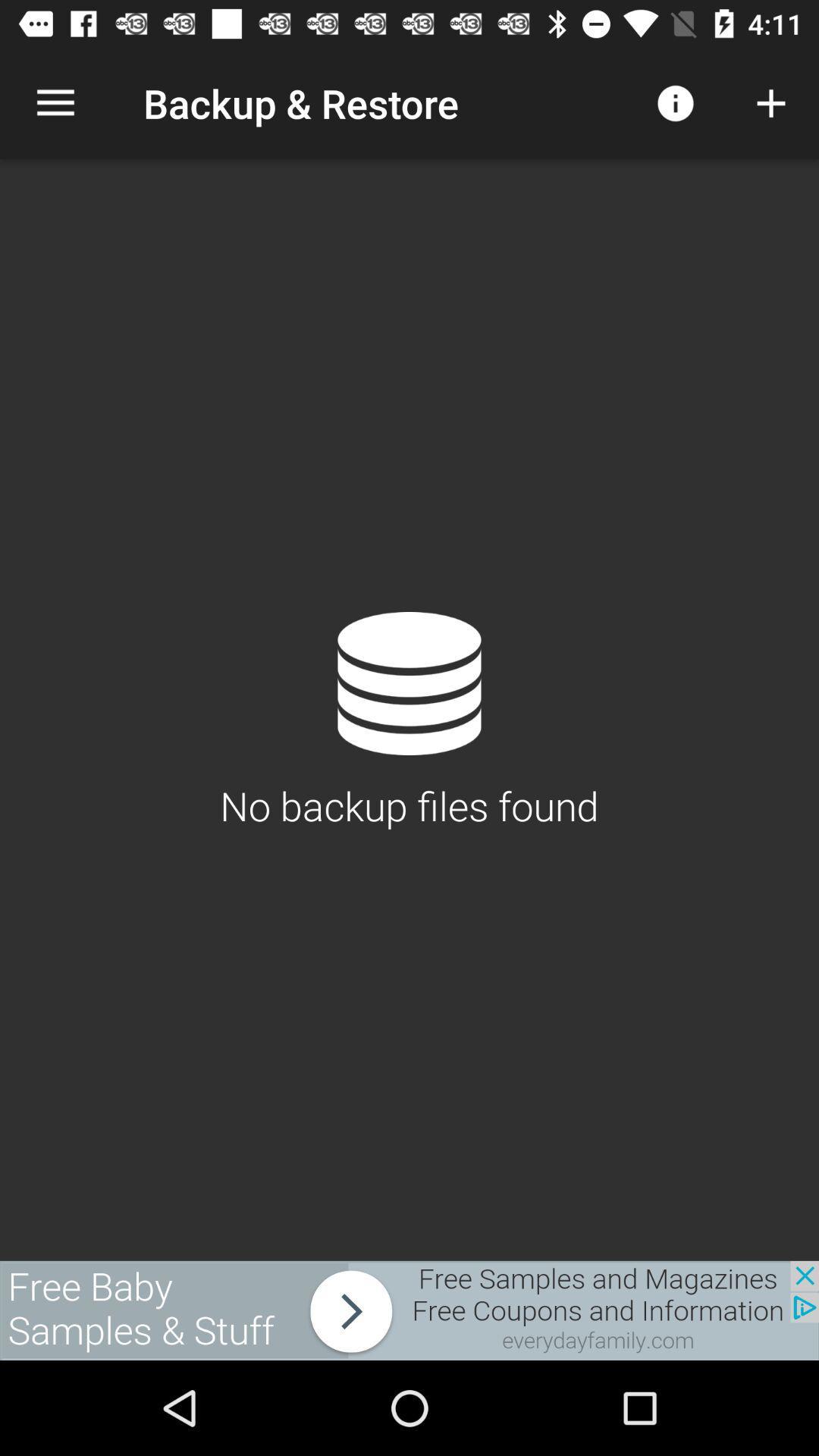  I want to click on rectangle linking to baby products, so click(409, 1310).